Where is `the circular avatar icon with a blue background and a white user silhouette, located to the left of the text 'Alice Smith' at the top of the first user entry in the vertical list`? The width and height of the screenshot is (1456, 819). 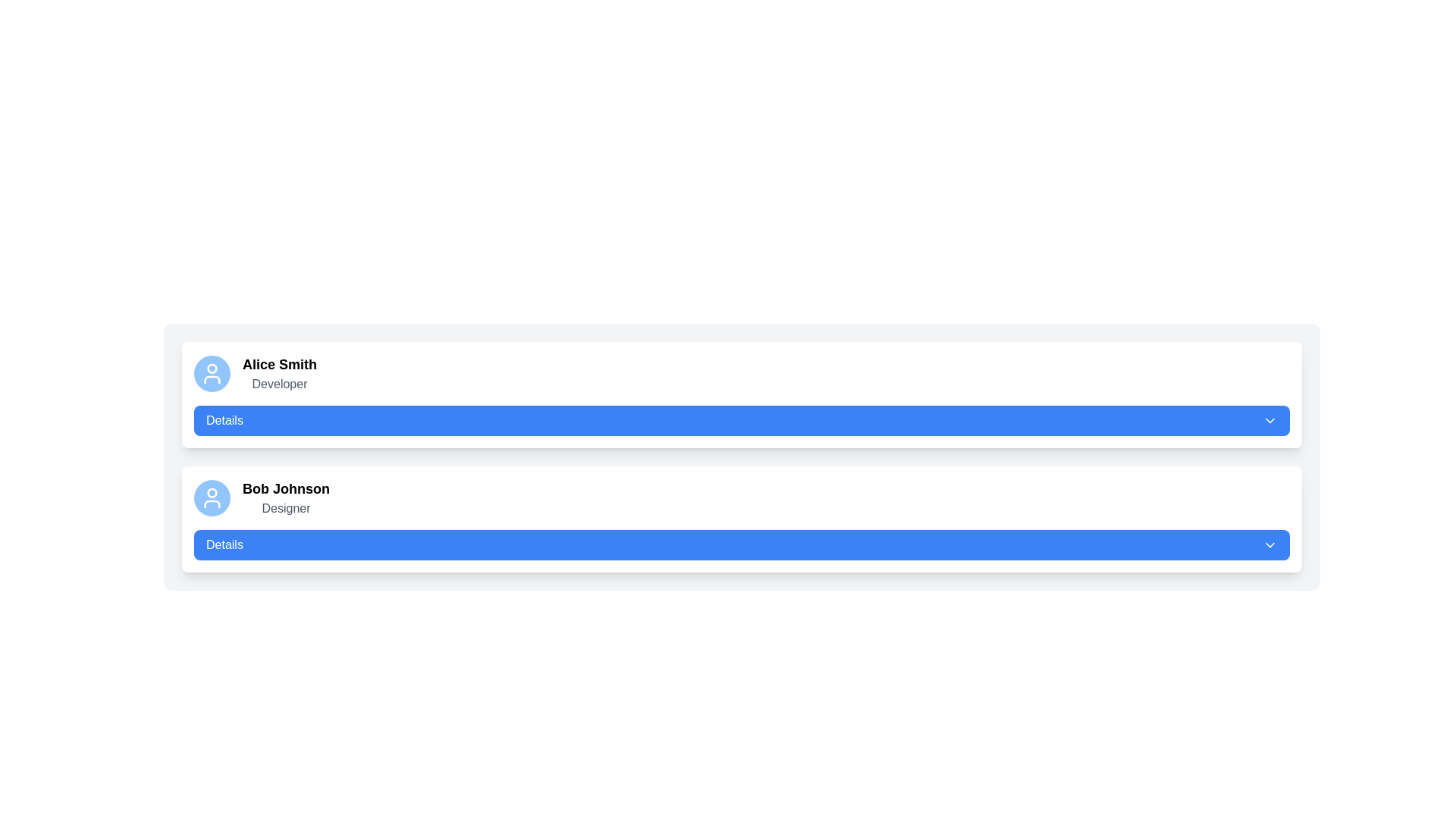 the circular avatar icon with a blue background and a white user silhouette, located to the left of the text 'Alice Smith' at the top of the first user entry in the vertical list is located at coordinates (211, 374).